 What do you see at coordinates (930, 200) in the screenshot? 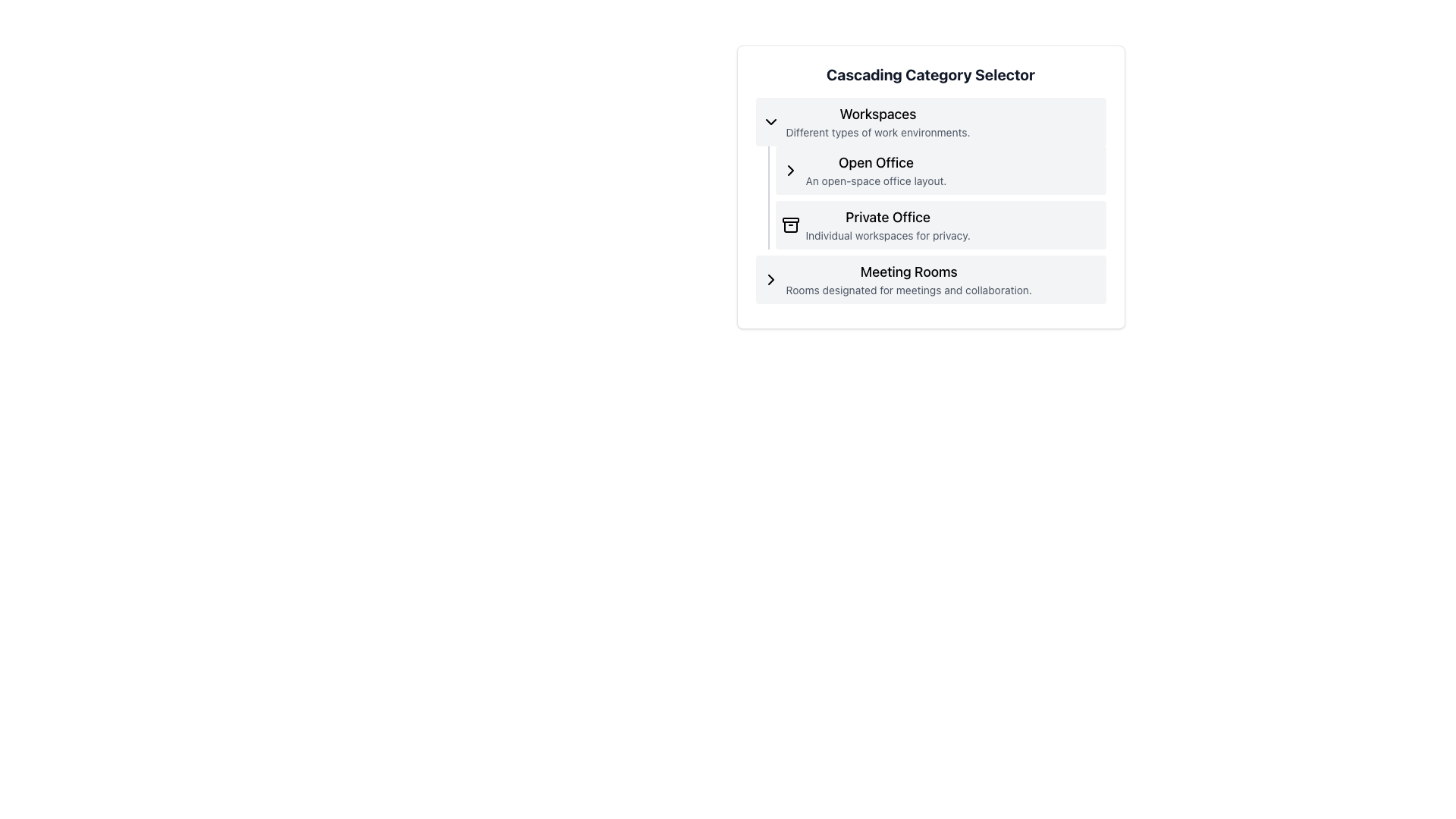
I see `the title of the 'Private Office' category option in the cascading category selector interface` at bounding box center [930, 200].